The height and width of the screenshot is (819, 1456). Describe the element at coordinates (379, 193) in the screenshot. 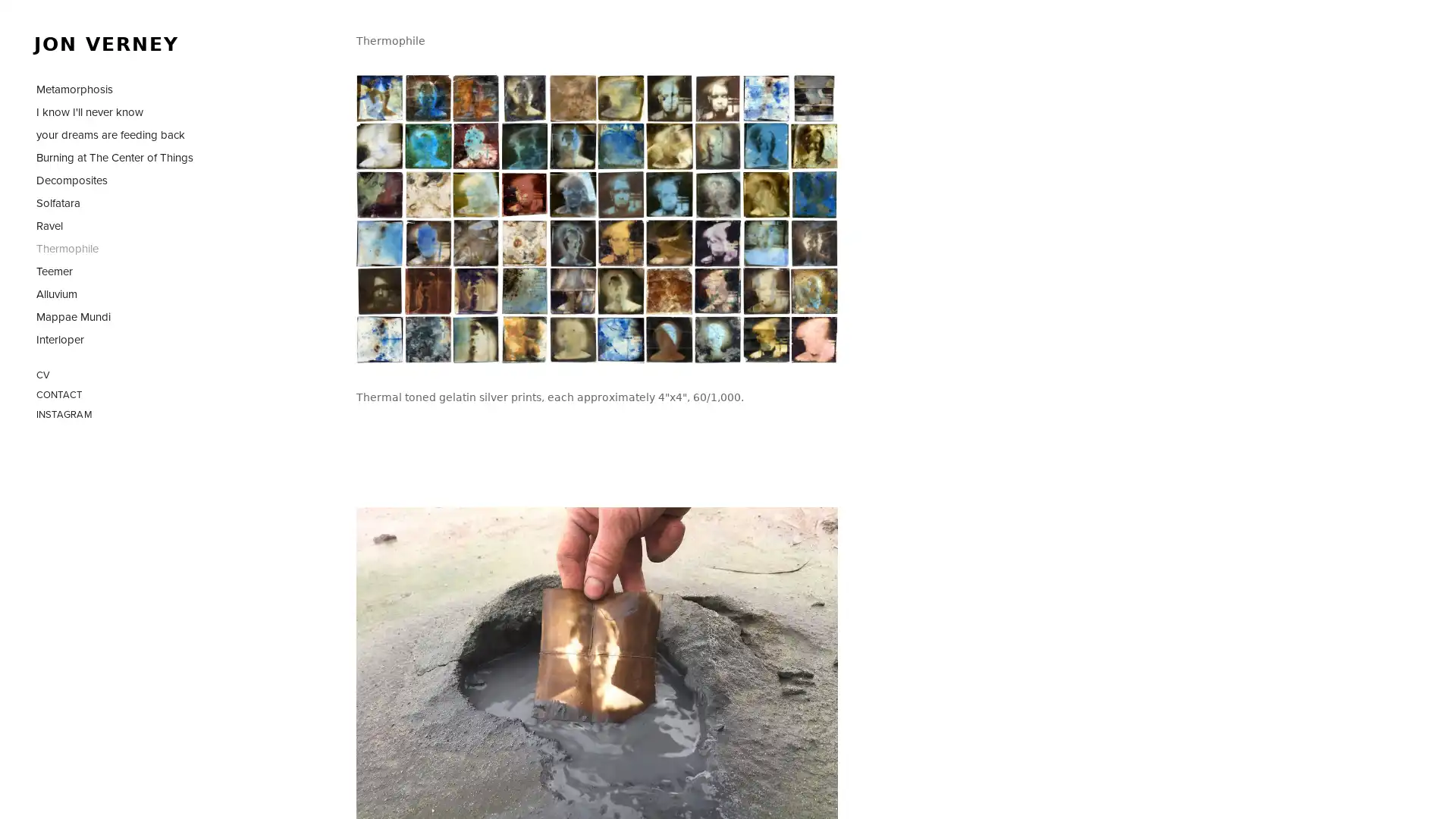

I see `View fullsize jon_verney_thermophile_22.jpg` at that location.